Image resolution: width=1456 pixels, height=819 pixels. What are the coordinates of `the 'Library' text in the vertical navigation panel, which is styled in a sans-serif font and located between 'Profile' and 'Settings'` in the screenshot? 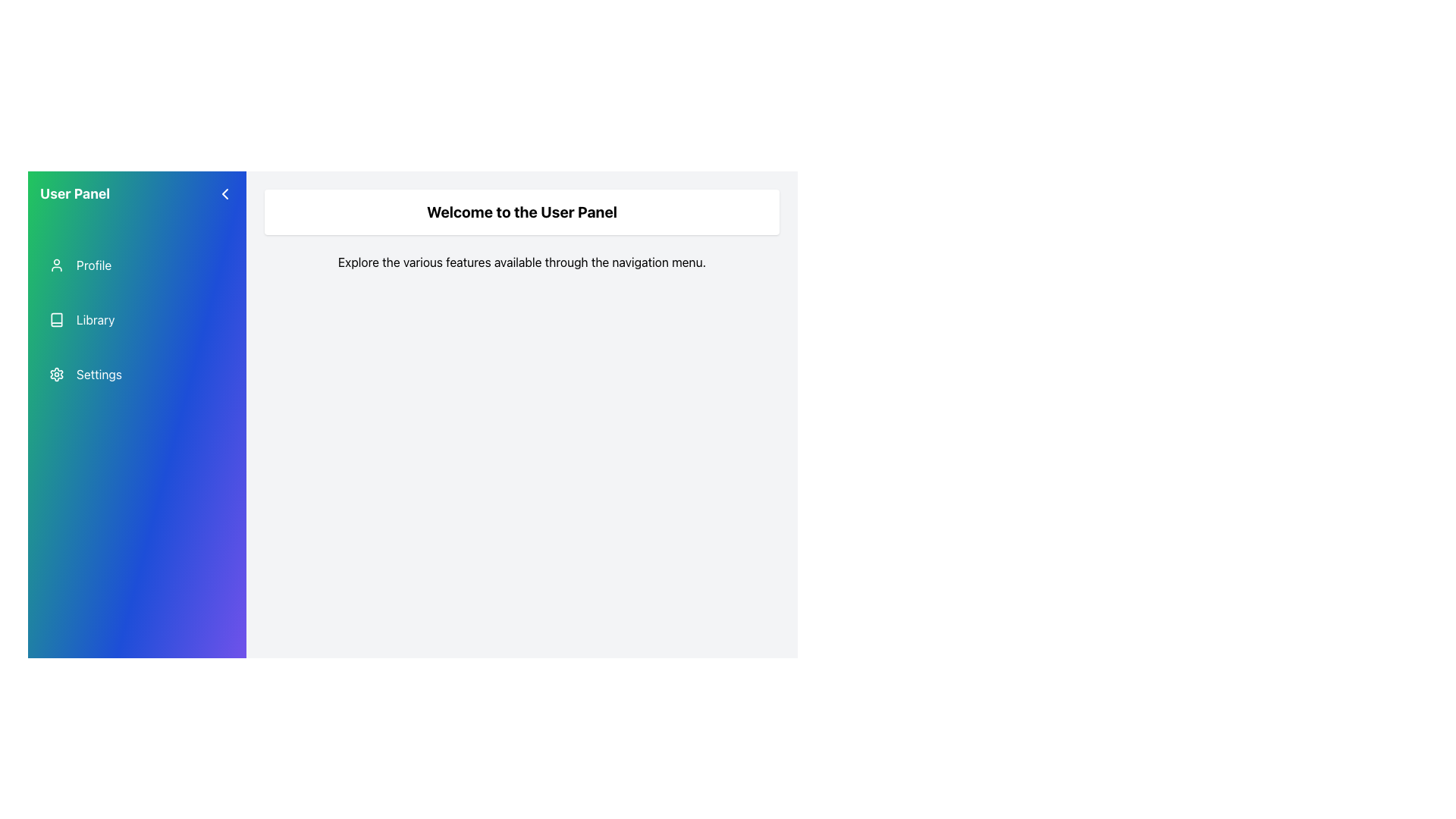 It's located at (95, 318).